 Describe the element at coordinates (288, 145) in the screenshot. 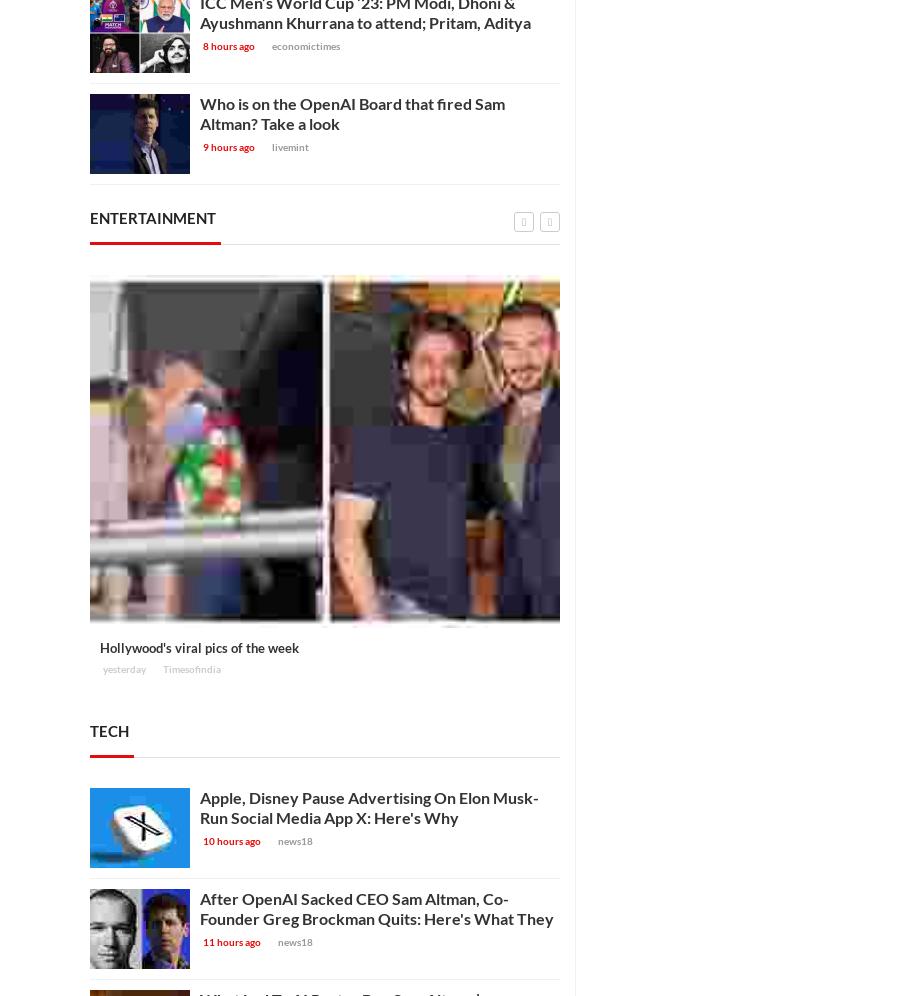

I see `'livemint'` at that location.